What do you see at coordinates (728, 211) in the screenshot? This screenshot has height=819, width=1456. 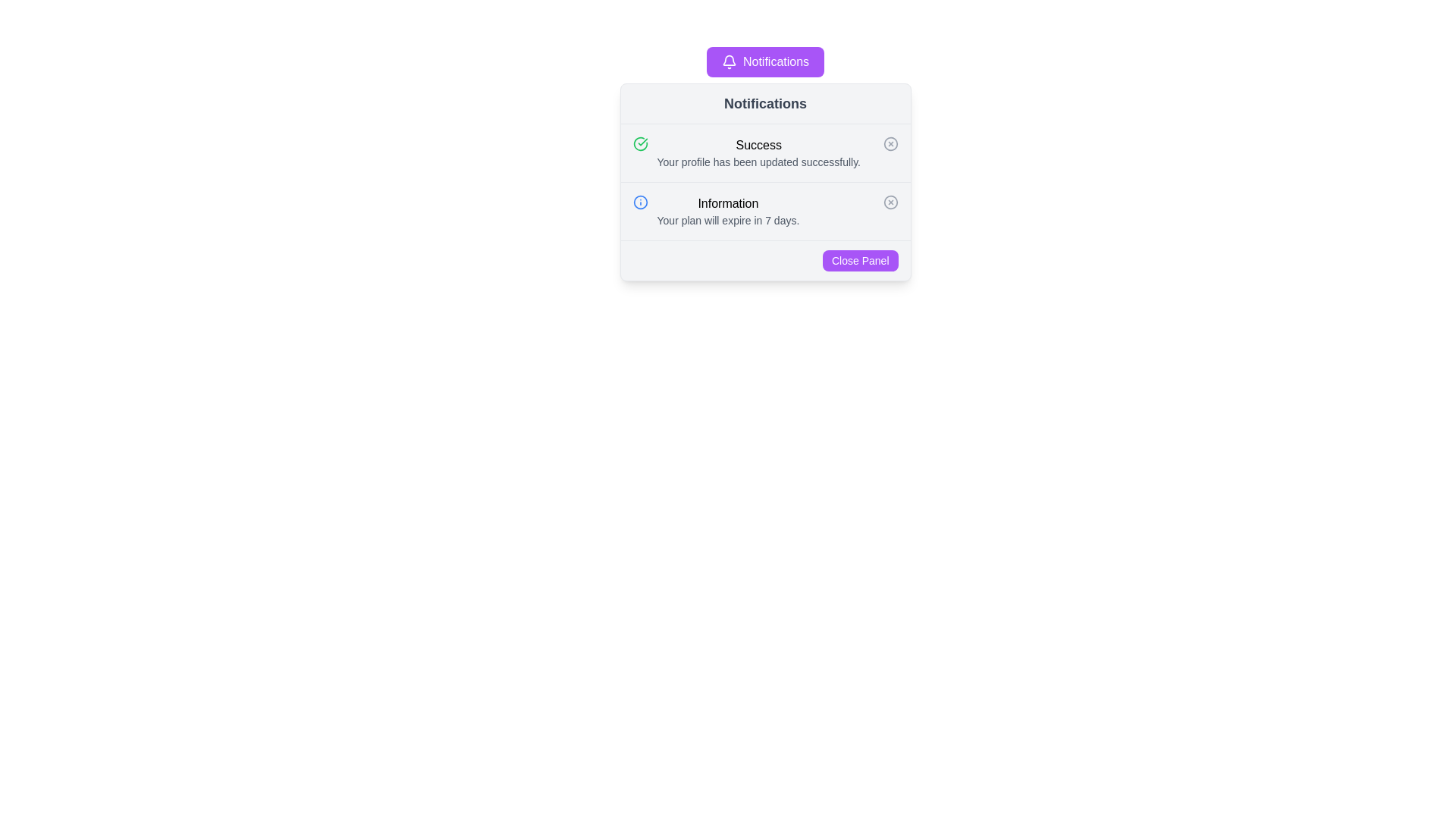 I see `the second notification in the vertical list, which informs the user that their plan will expire in 7 days` at bounding box center [728, 211].